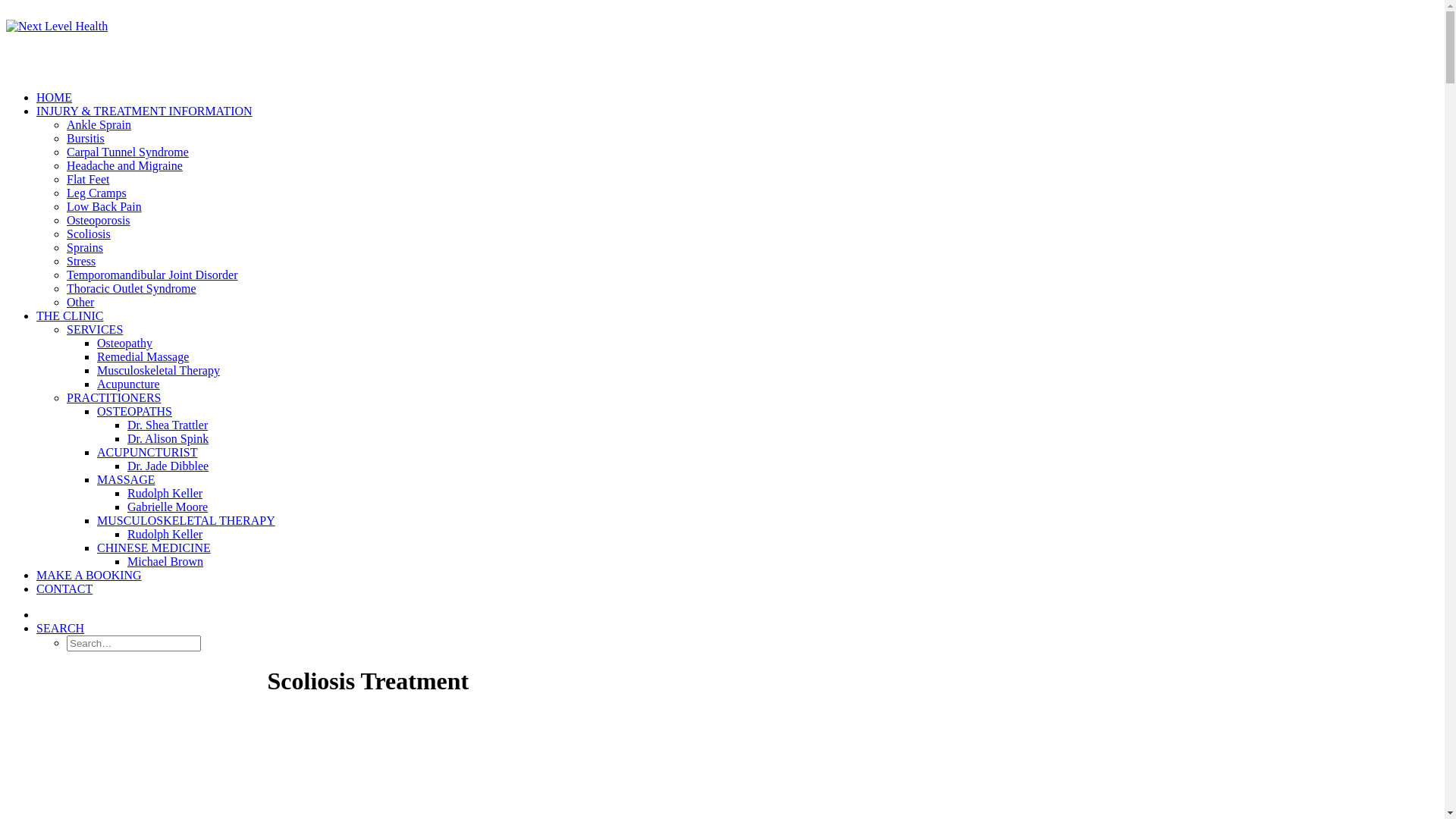 Image resolution: width=1456 pixels, height=819 pixels. What do you see at coordinates (165, 493) in the screenshot?
I see `'Rudolph Keller'` at bounding box center [165, 493].